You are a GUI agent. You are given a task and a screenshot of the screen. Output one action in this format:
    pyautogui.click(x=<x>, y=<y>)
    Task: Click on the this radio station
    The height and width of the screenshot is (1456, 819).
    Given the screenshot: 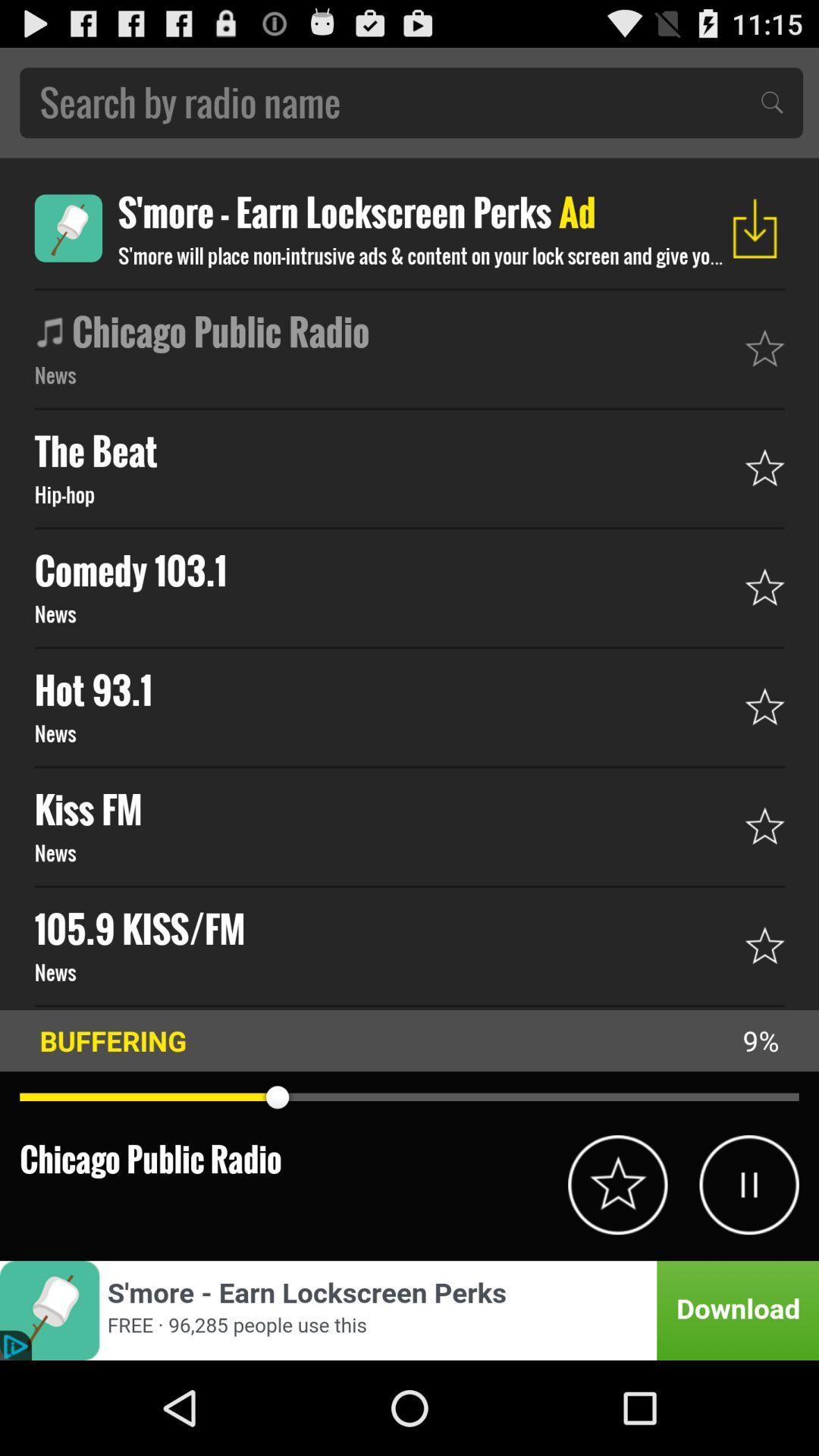 What is the action you would take?
    pyautogui.click(x=617, y=1184)
    